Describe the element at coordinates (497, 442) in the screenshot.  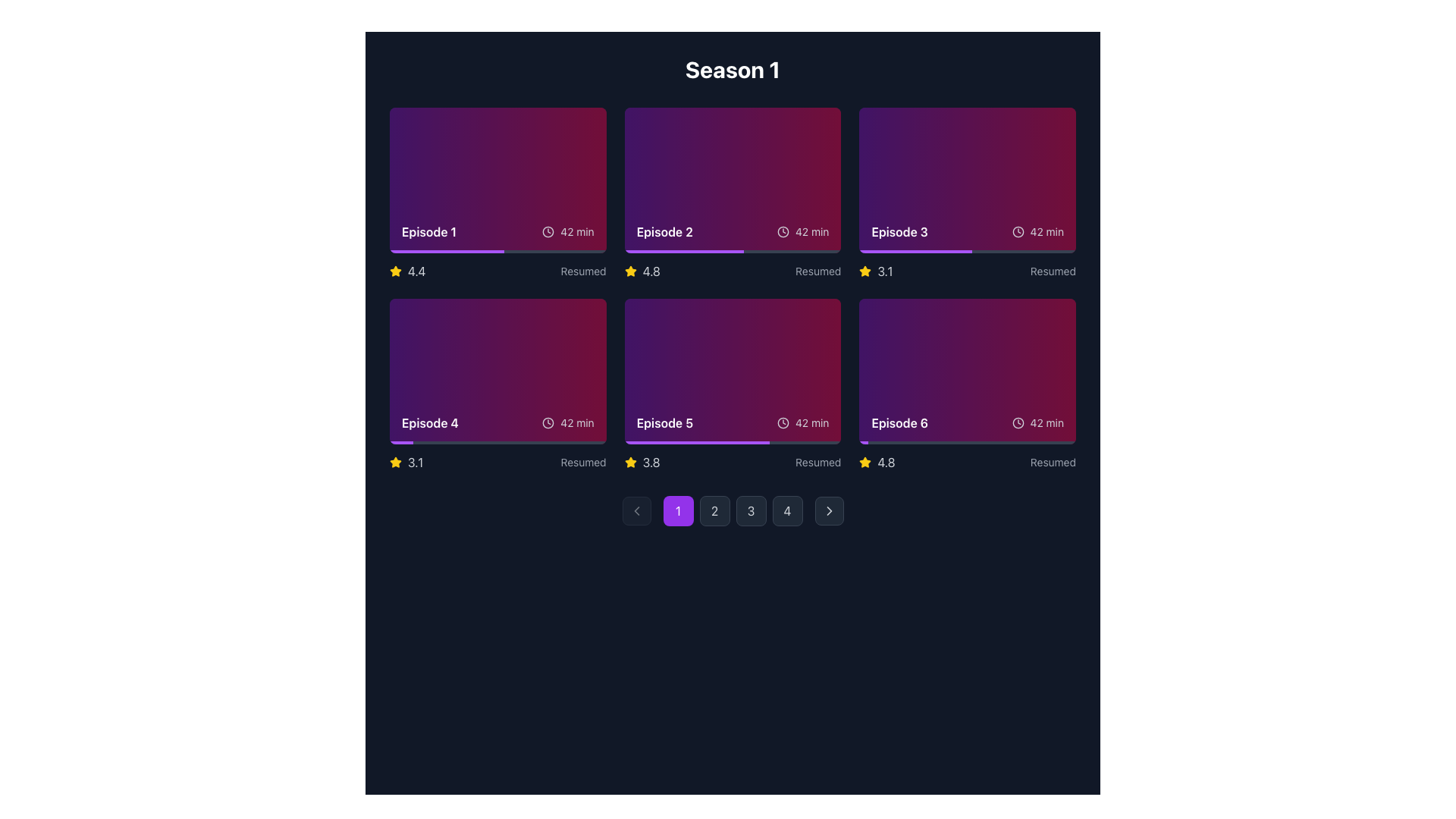
I see `the progress bar indicating the playback progress for 'Episode 4' located at the bottom edge of the card in the second row and first column of the grid` at that location.